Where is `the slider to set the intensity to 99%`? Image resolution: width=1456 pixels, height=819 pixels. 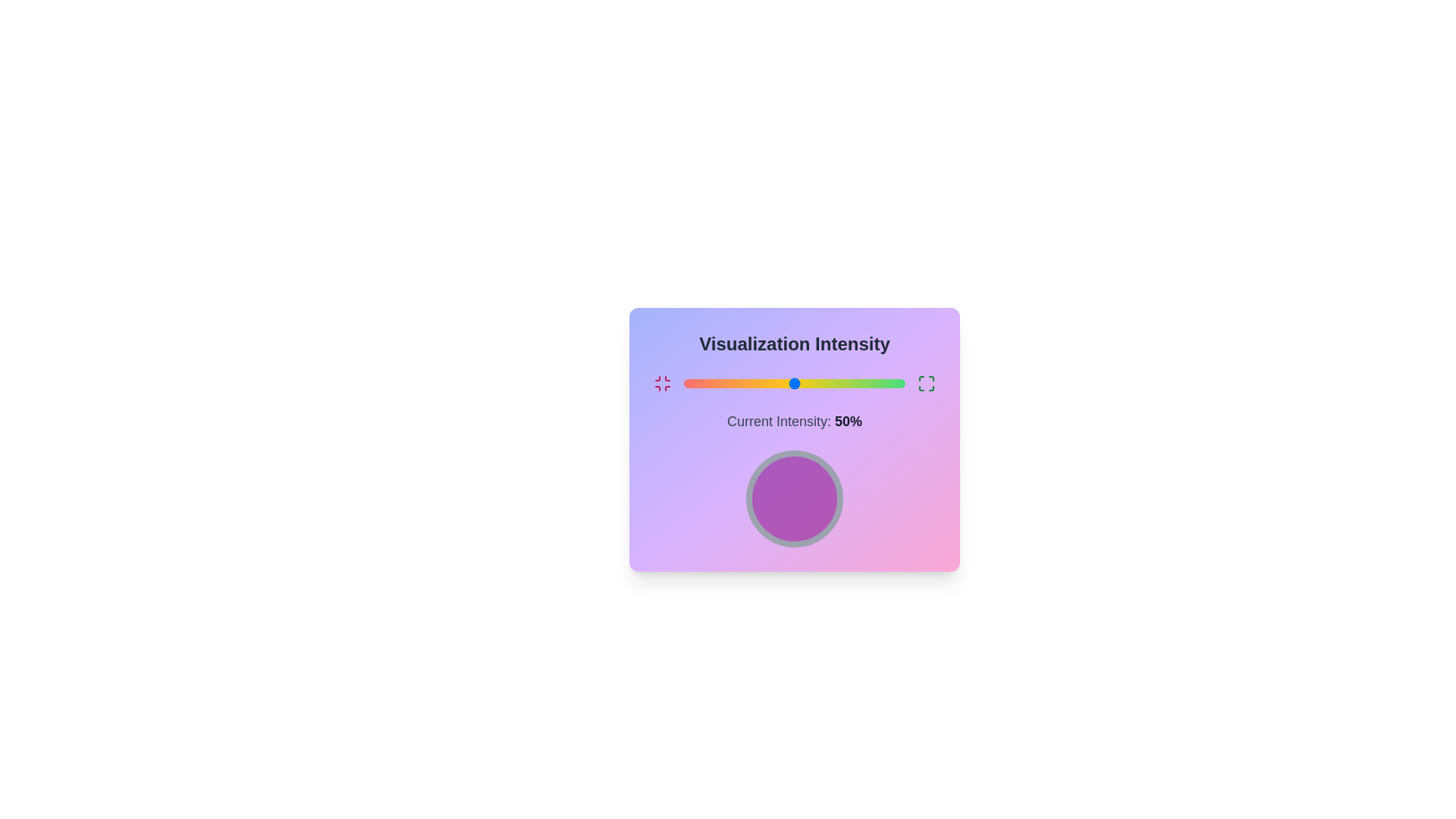 the slider to set the intensity to 99% is located at coordinates (903, 382).